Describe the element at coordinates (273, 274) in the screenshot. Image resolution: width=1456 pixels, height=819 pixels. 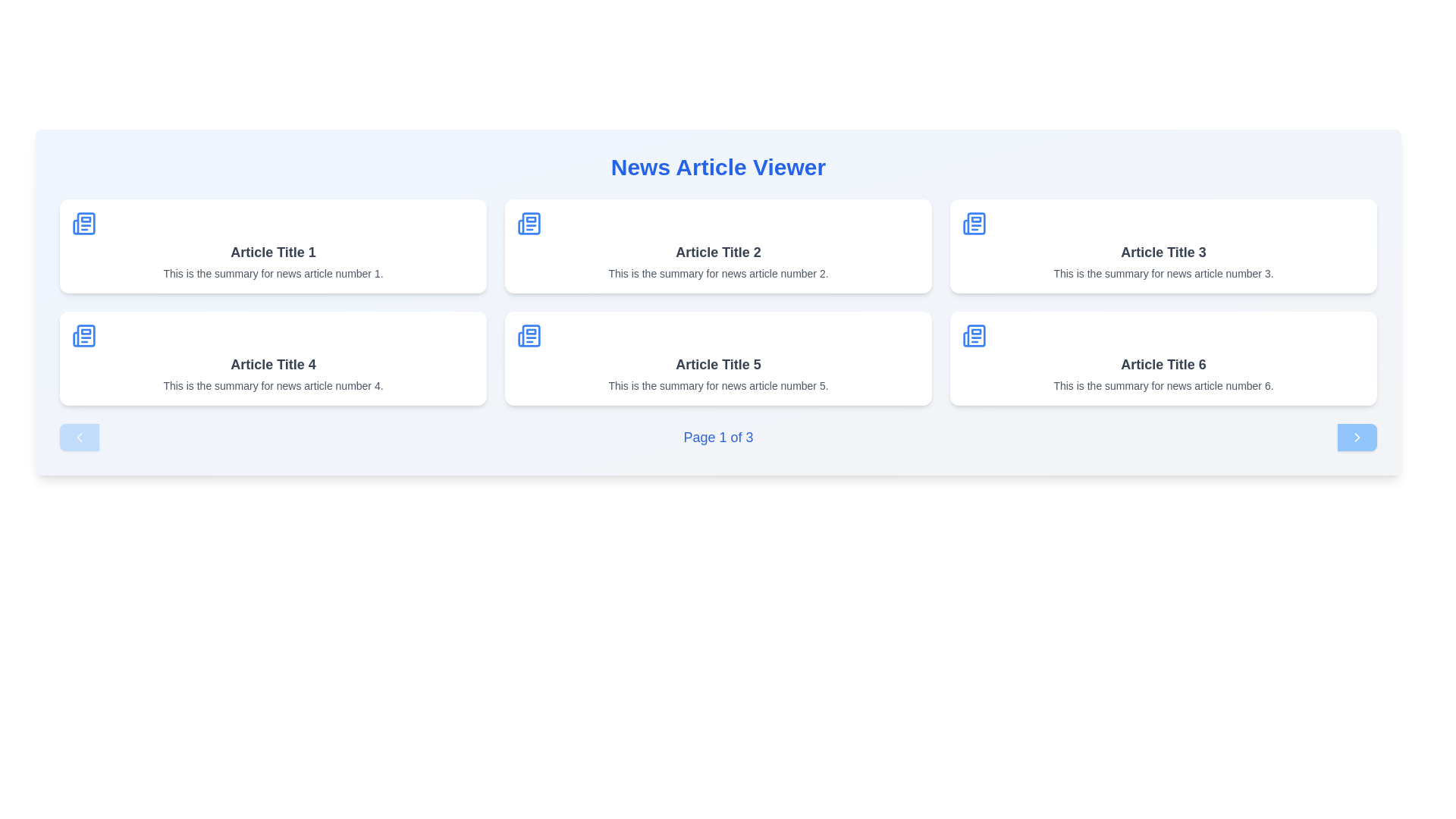
I see `the text block that contains 'This is the summary for news article number 1.' located below the title 'Article Title 1' in the first article card` at that location.